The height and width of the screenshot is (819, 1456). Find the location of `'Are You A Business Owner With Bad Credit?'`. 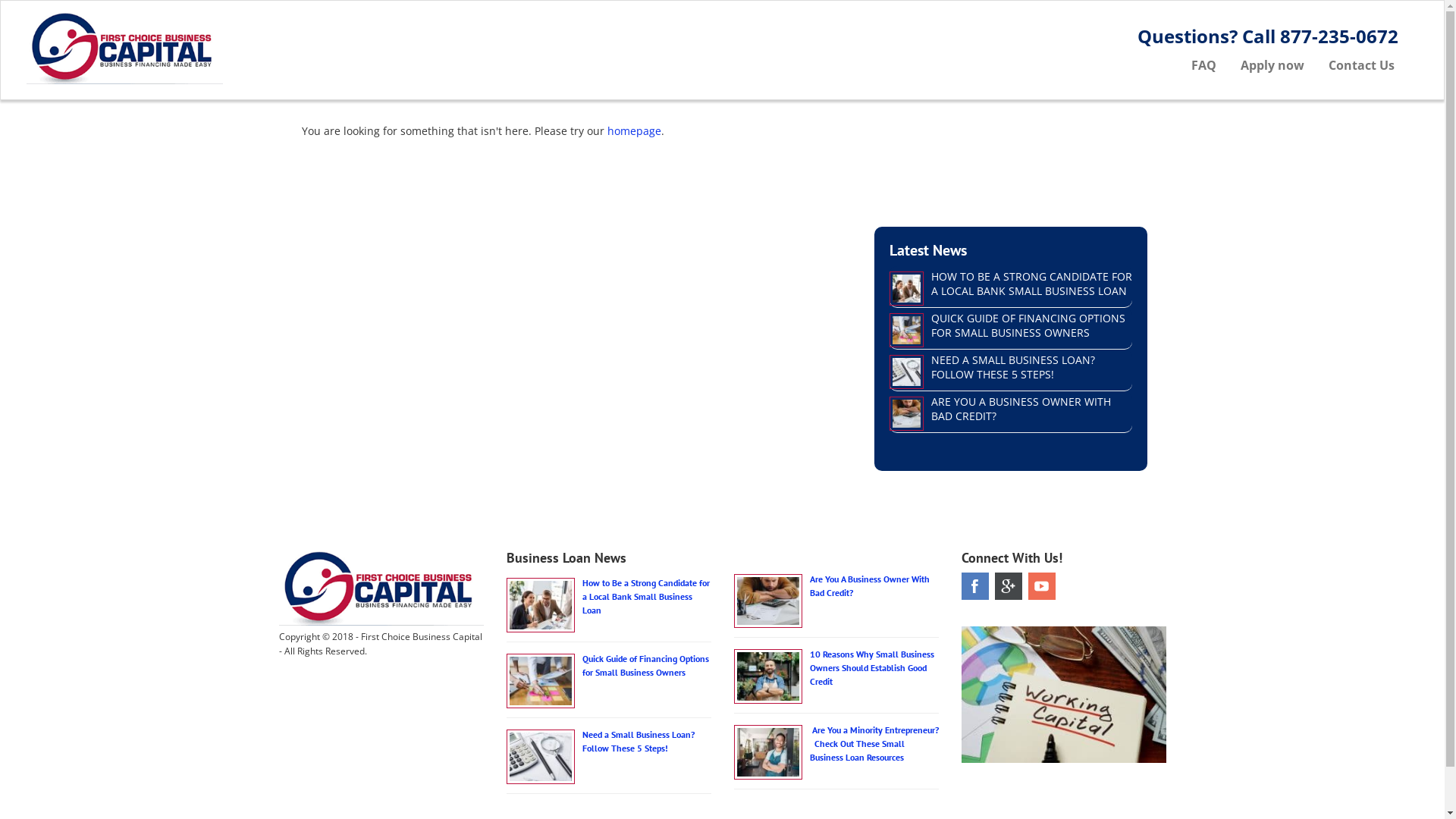

'Are You A Business Owner With Bad Credit?' is located at coordinates (809, 585).